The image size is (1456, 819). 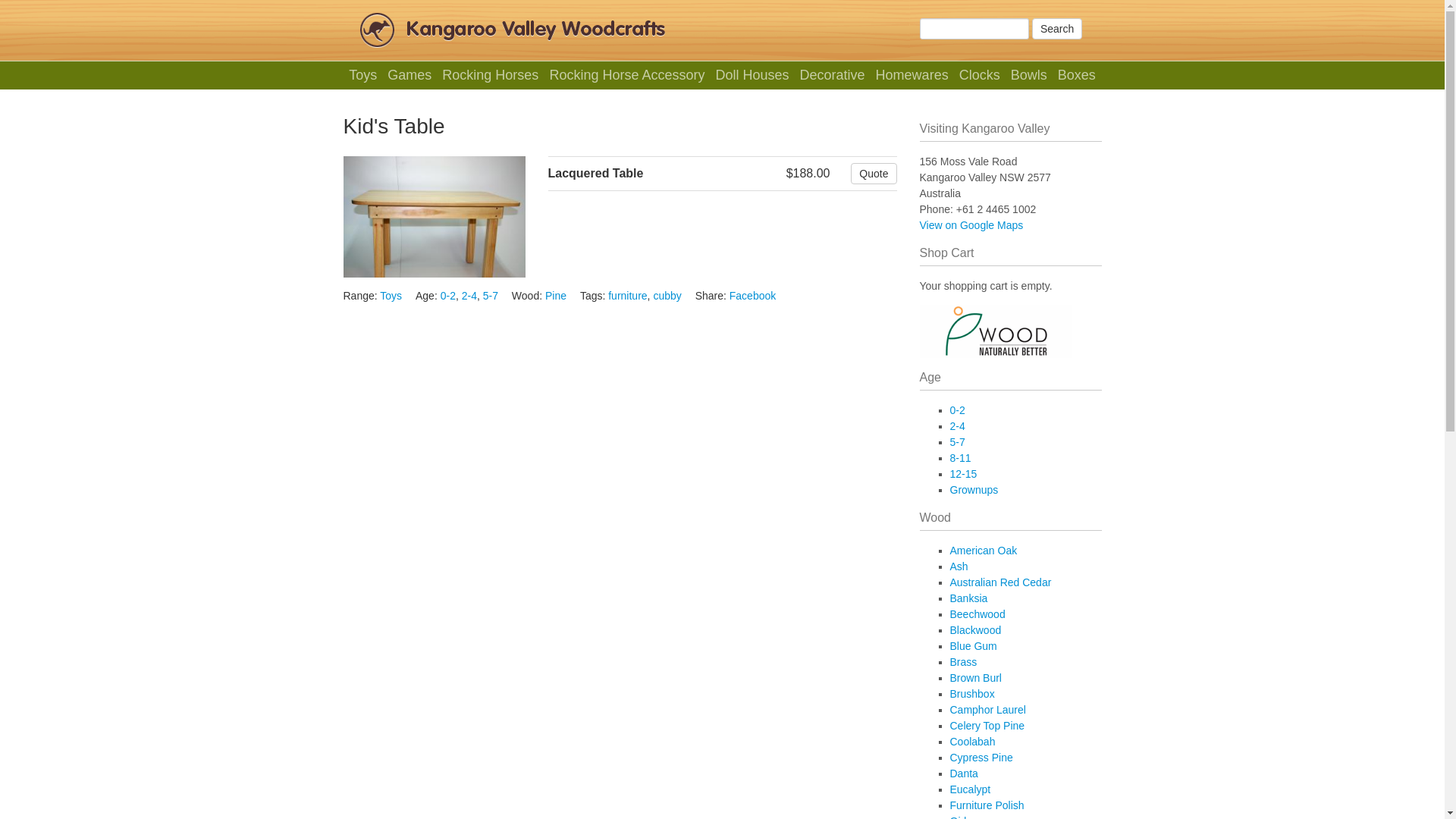 I want to click on 'Ash', so click(x=957, y=566).